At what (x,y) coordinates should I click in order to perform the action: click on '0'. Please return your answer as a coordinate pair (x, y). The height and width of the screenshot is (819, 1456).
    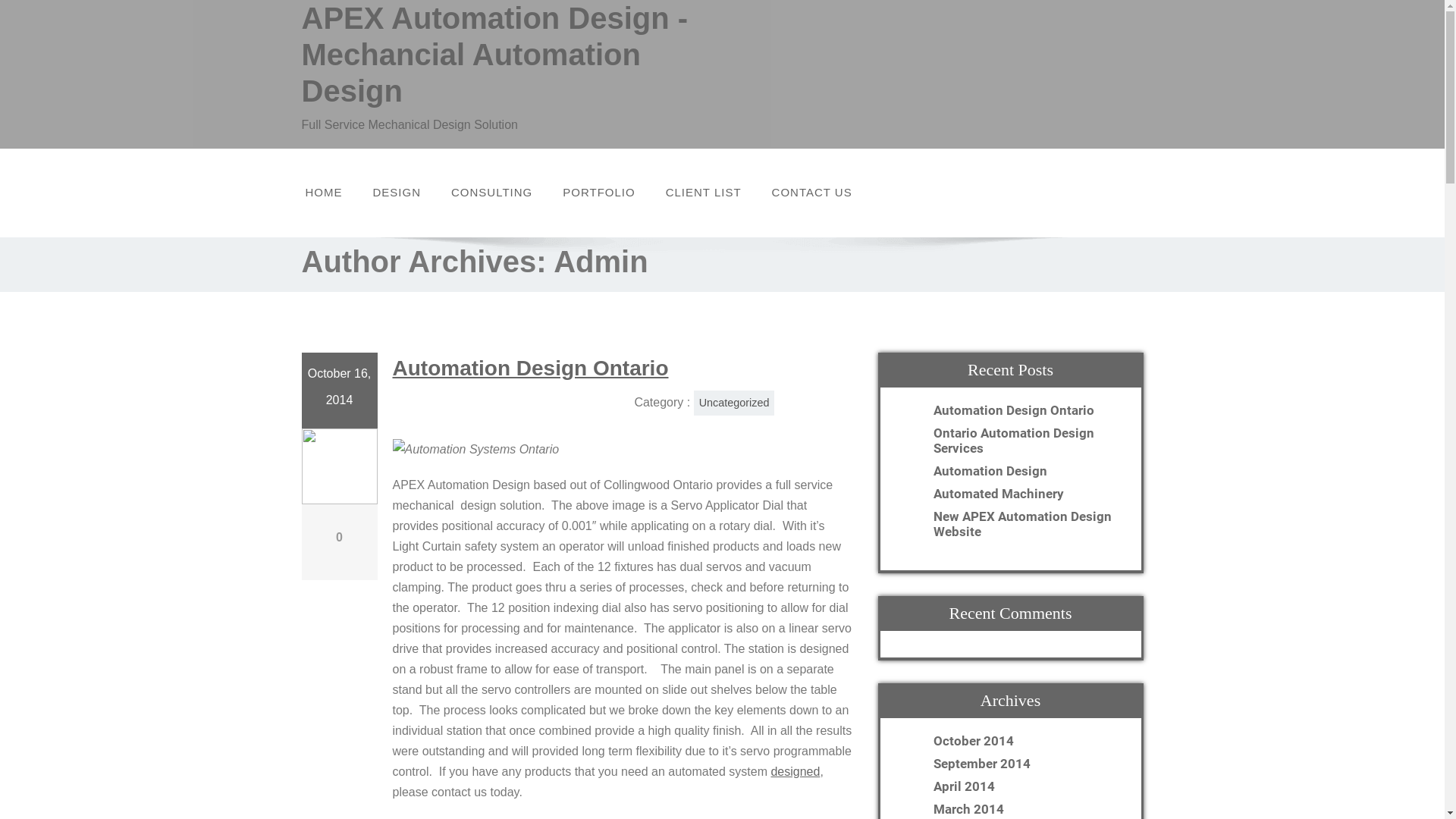
    Looking at the image, I should click on (334, 536).